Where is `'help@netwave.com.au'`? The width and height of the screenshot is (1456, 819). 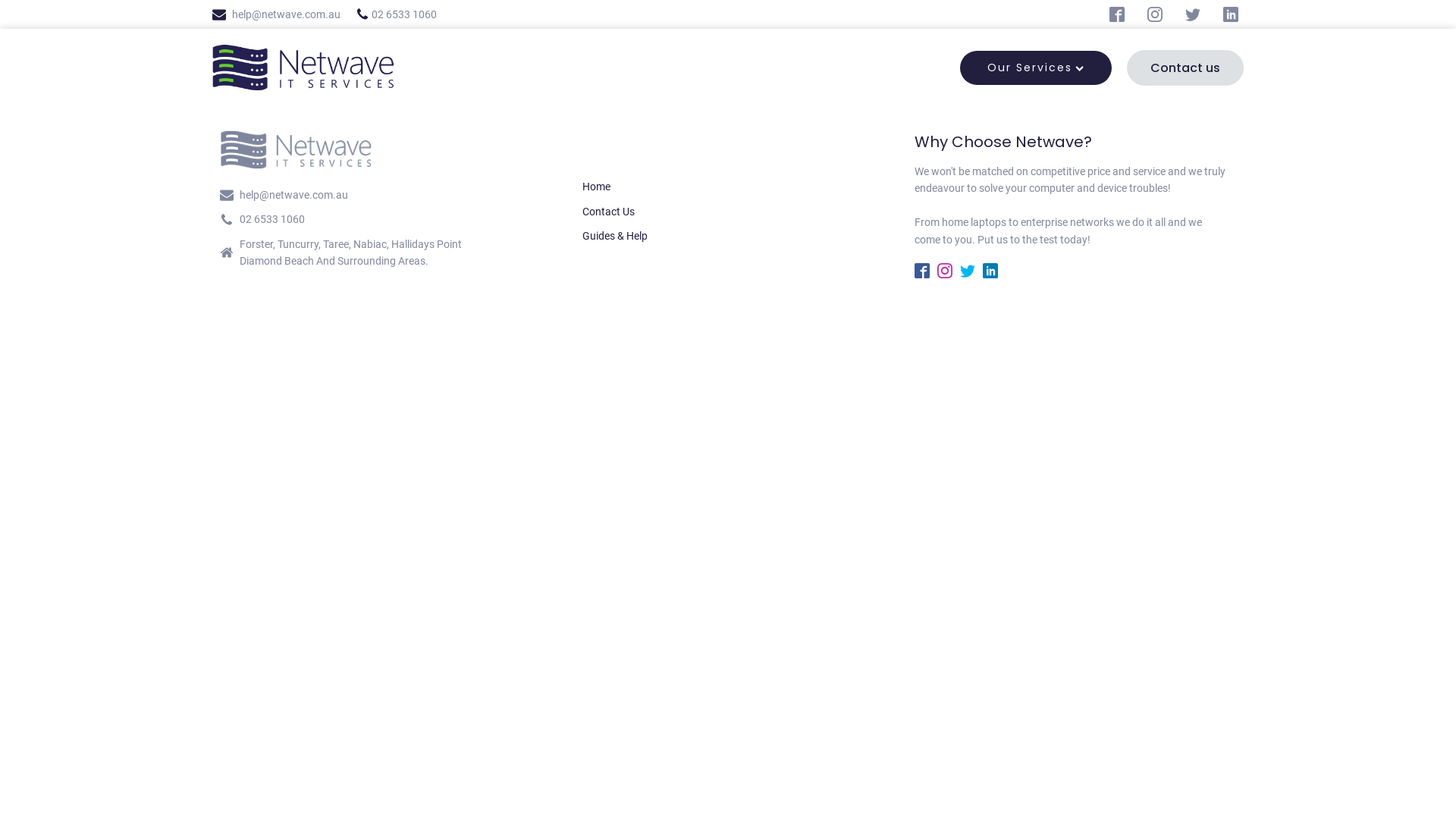
'help@netwave.com.au' is located at coordinates (291, 194).